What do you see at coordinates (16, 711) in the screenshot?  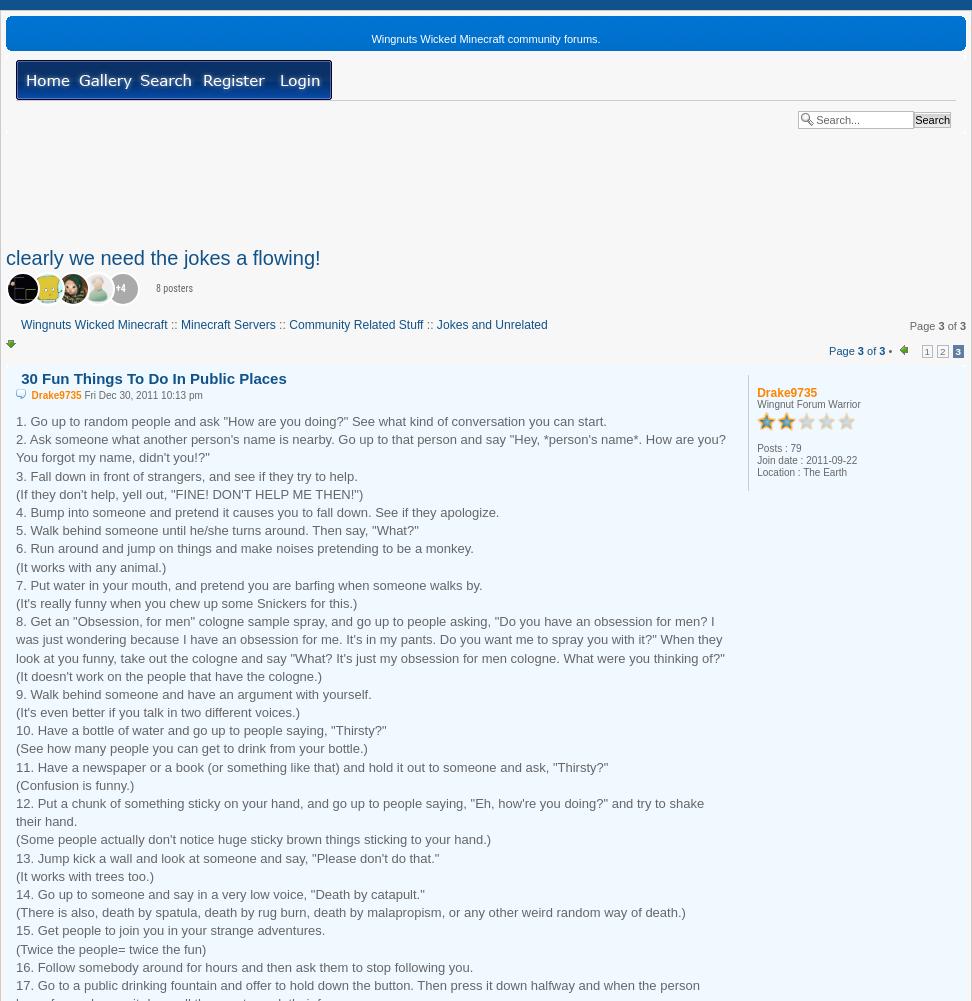 I see `'(It's even better if you talk in two different voices.)'` at bounding box center [16, 711].